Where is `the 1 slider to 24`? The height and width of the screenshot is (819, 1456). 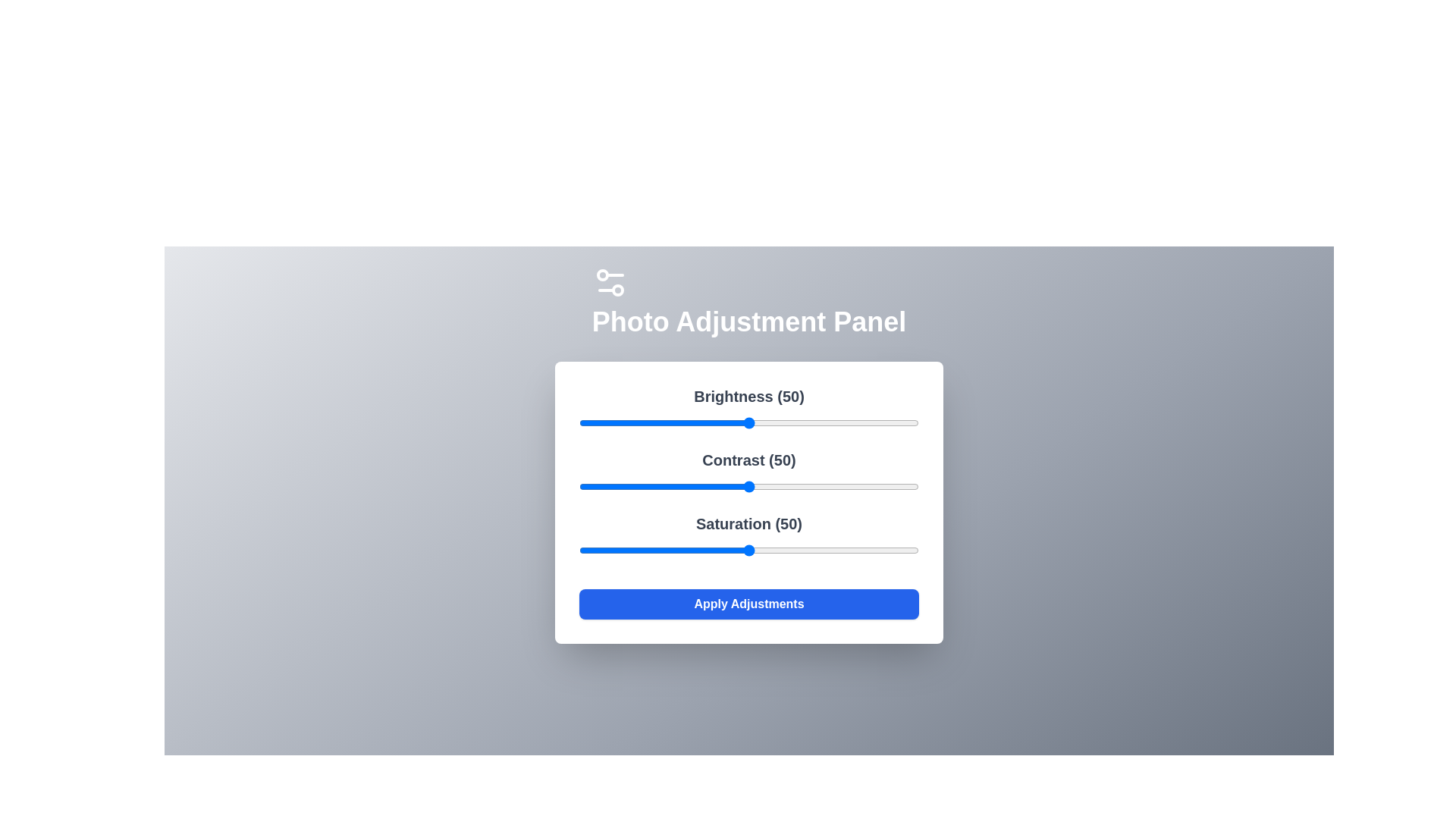
the 1 slider to 24 is located at coordinates (661, 486).